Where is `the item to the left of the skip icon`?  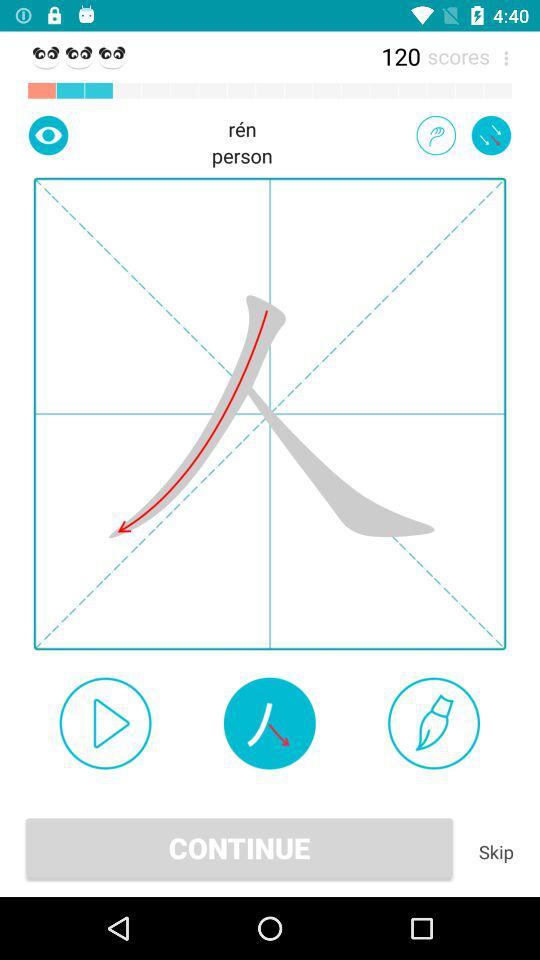
the item to the left of the skip icon is located at coordinates (239, 846).